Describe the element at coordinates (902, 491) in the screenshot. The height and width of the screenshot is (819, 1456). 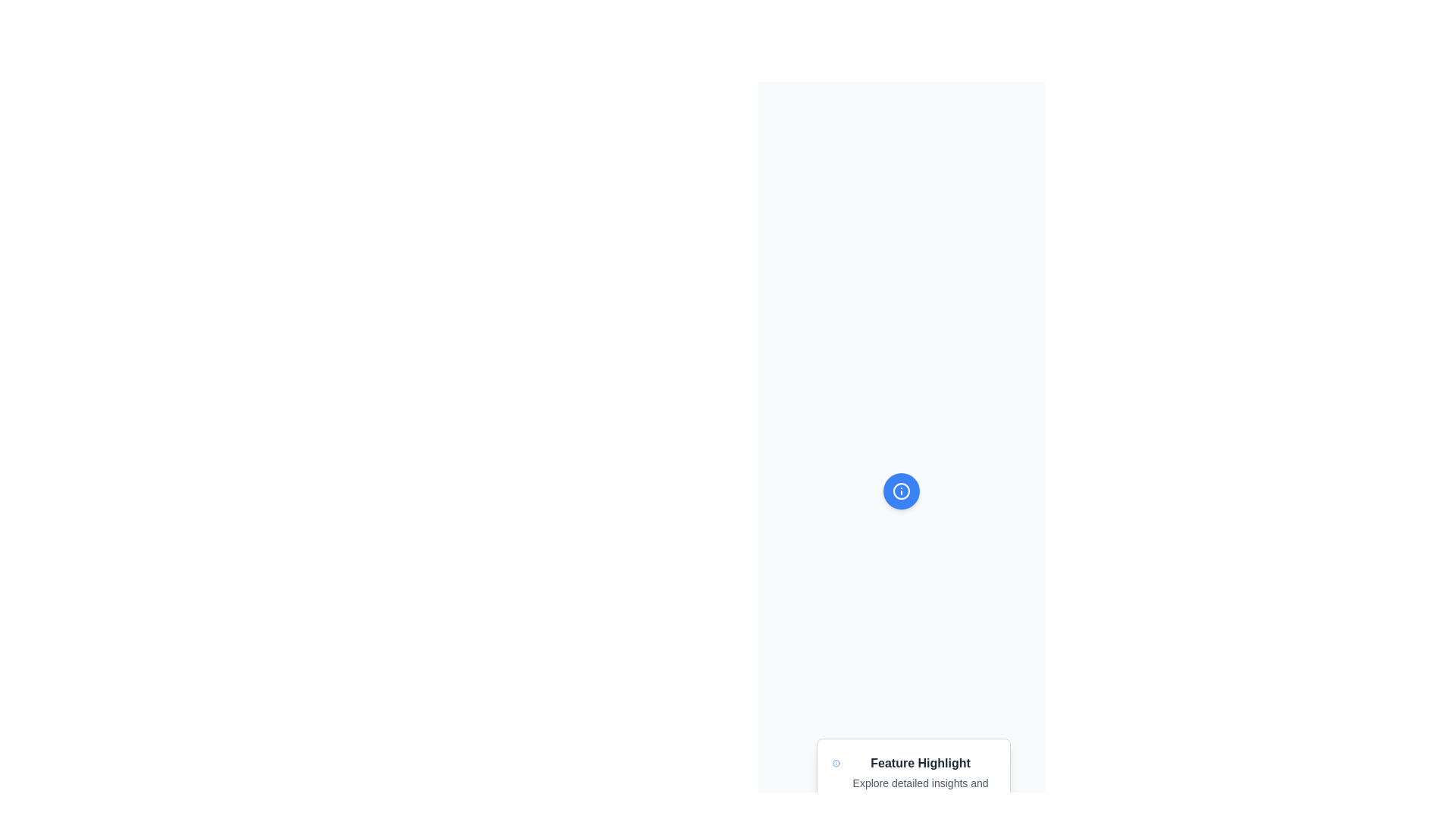
I see `the circular icon with an information symbol ('i') on a blue background` at that location.